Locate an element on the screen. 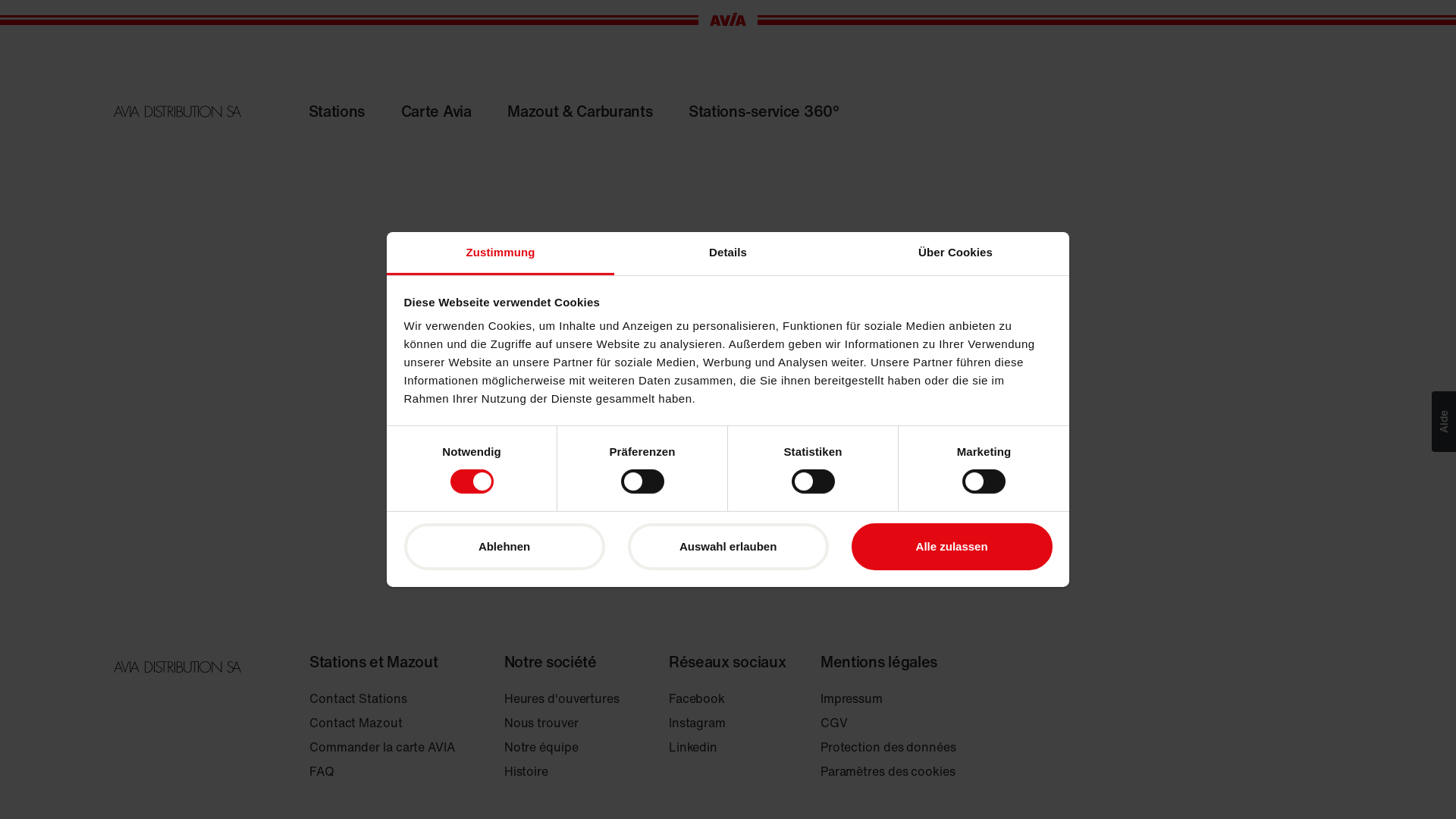 Image resolution: width=1456 pixels, height=819 pixels. 'Facebook' is located at coordinates (719, 698).